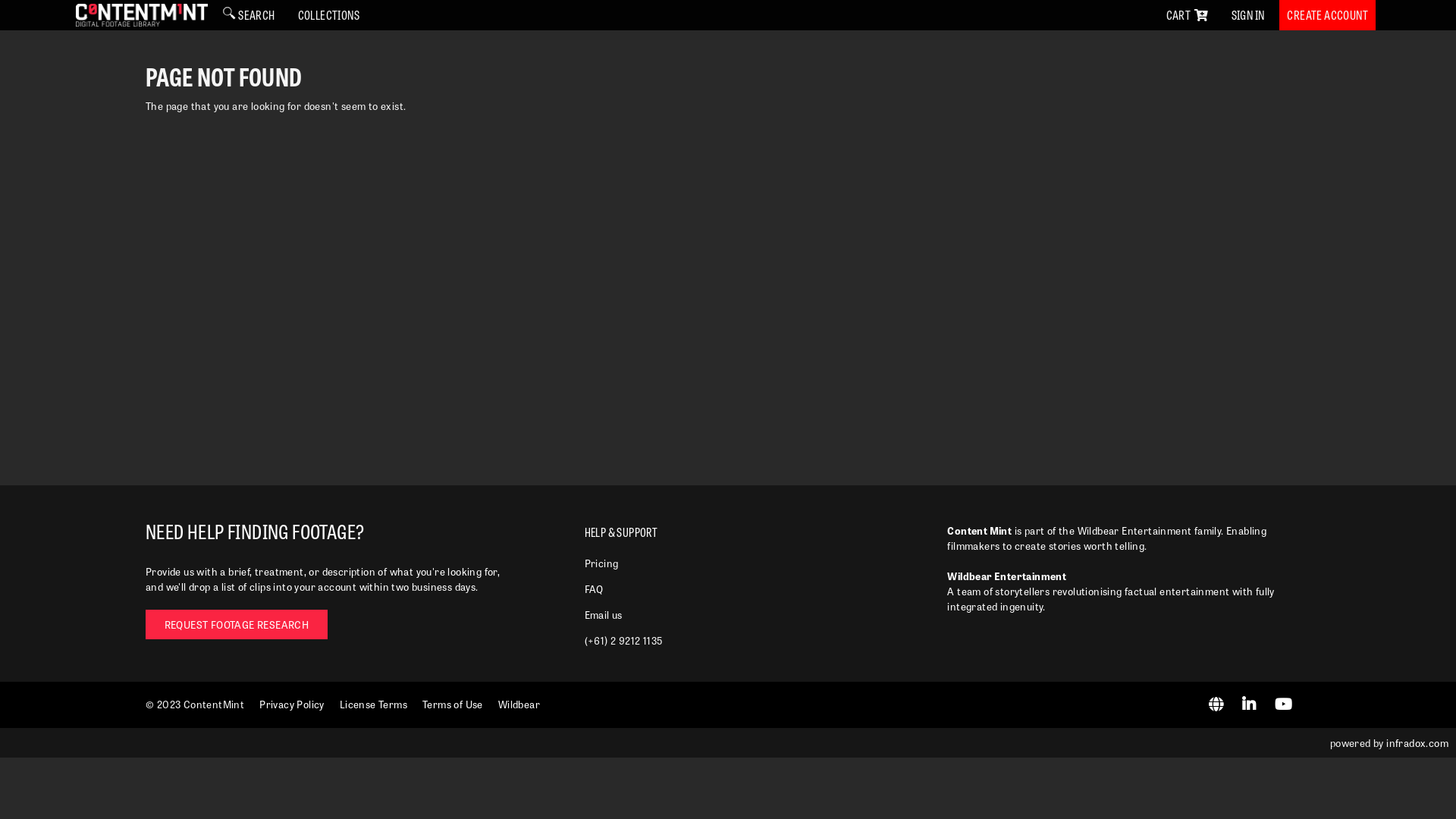 This screenshot has width=1456, height=819. What do you see at coordinates (593, 588) in the screenshot?
I see `'FAQ'` at bounding box center [593, 588].